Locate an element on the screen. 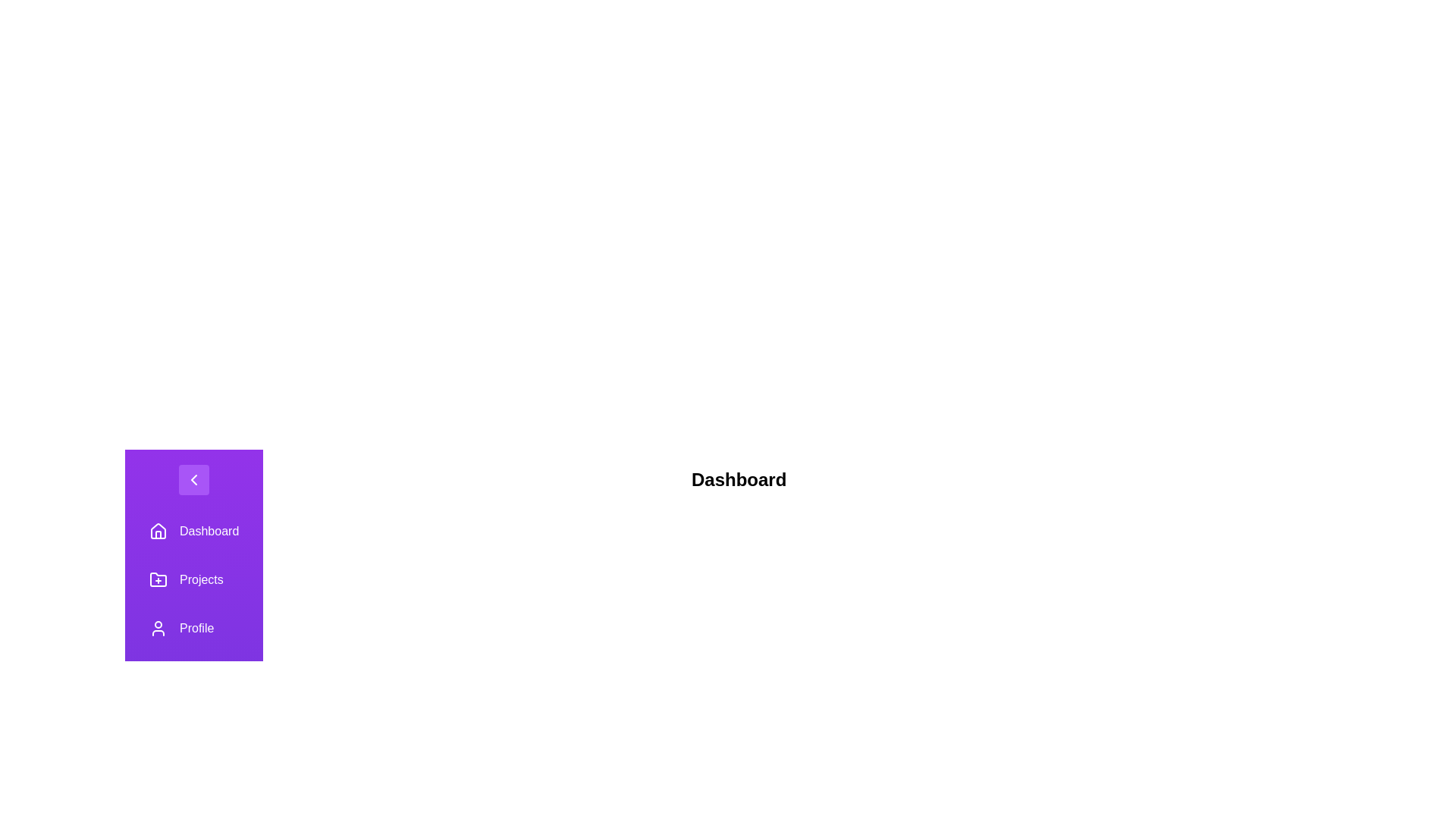 The height and width of the screenshot is (819, 1456). the third text entry in the left-aligned side navigation menu is located at coordinates (196, 629).